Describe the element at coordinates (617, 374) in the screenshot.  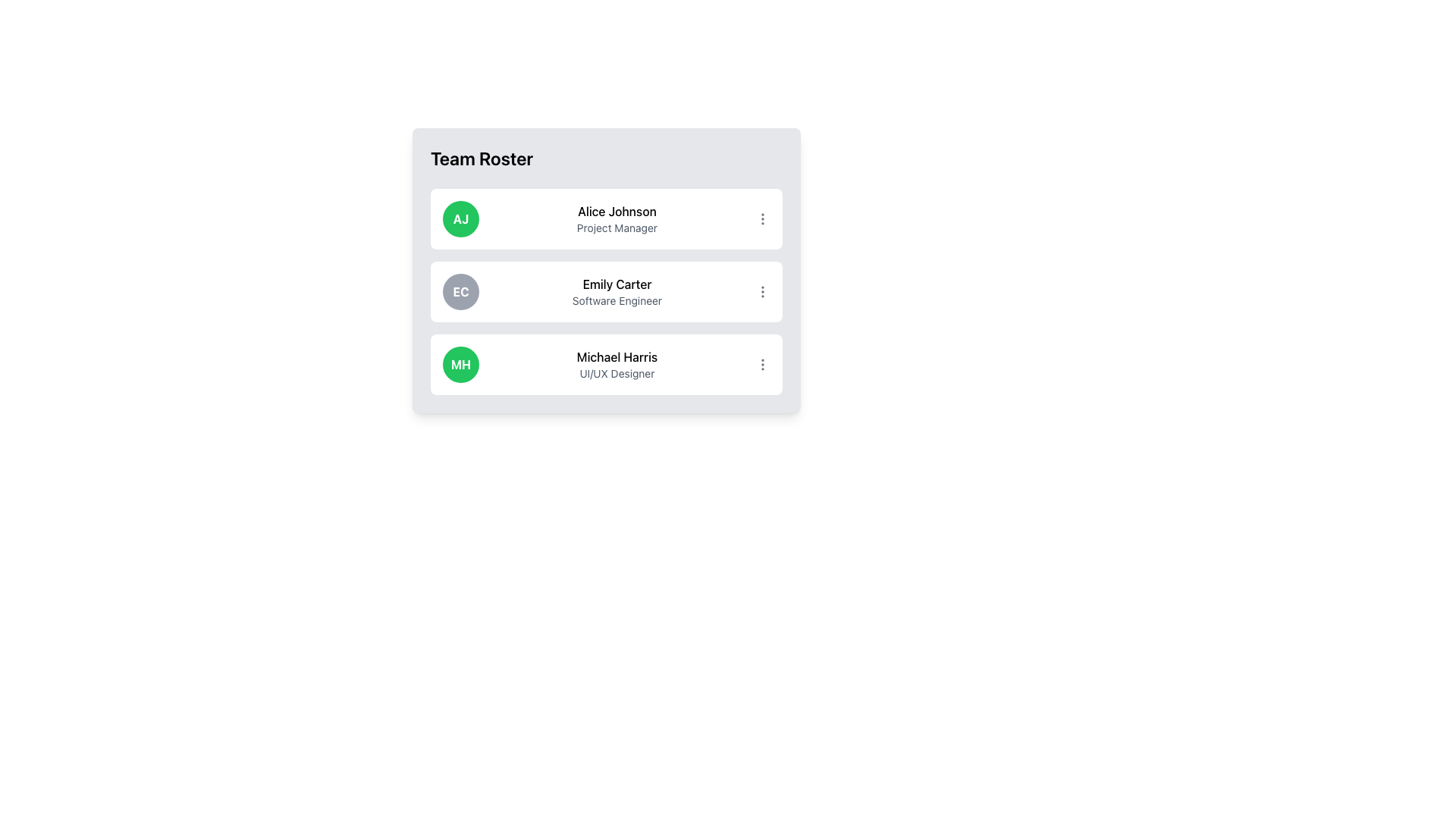
I see `the text label displaying the job title or designation associated with 'Michael Harris' located beneath his name in the third card of the 'Team Roster' panel` at that location.